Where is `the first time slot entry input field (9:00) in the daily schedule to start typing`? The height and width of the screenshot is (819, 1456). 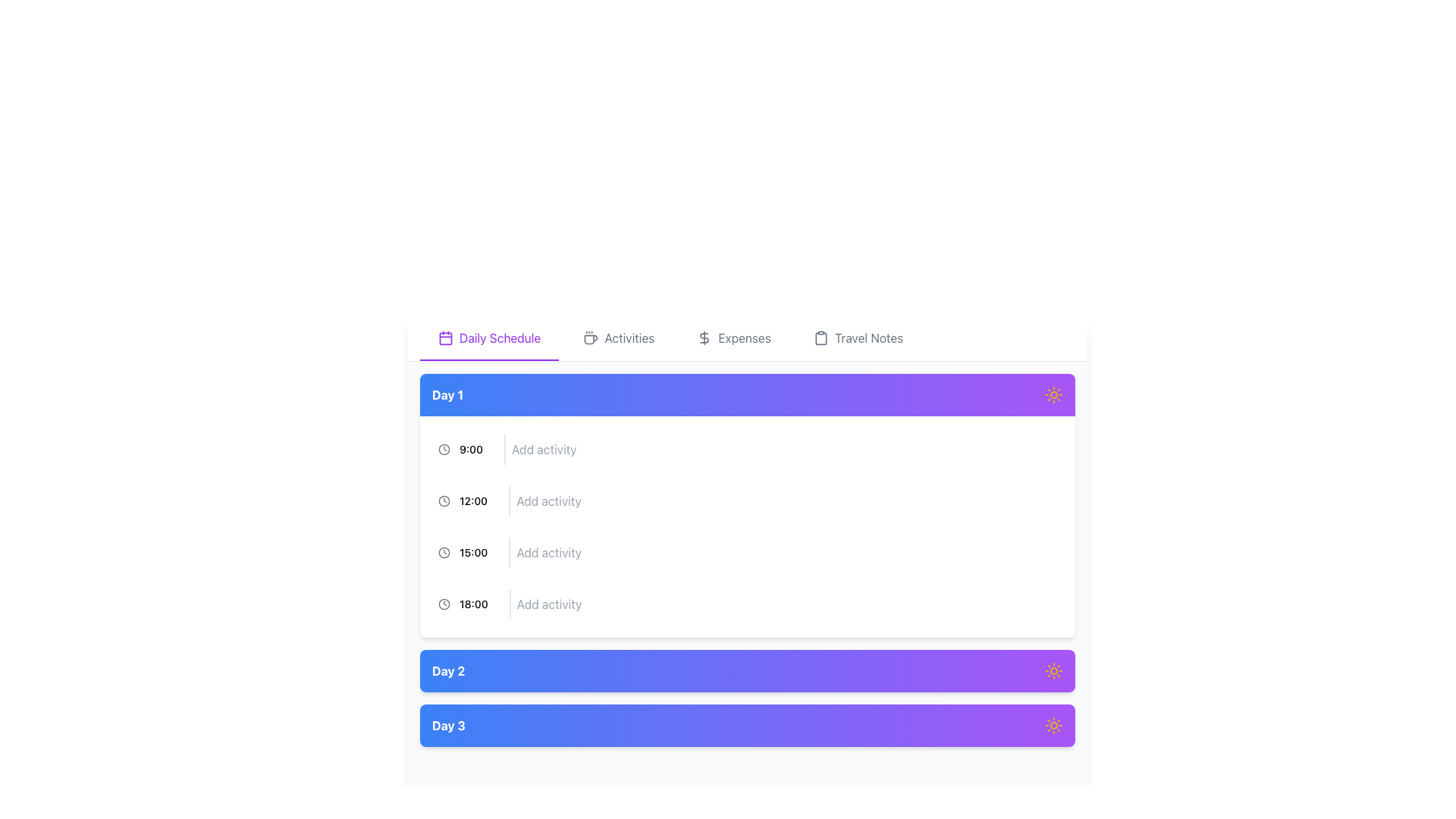 the first time slot entry input field (9:00) in the daily schedule to start typing is located at coordinates (747, 449).